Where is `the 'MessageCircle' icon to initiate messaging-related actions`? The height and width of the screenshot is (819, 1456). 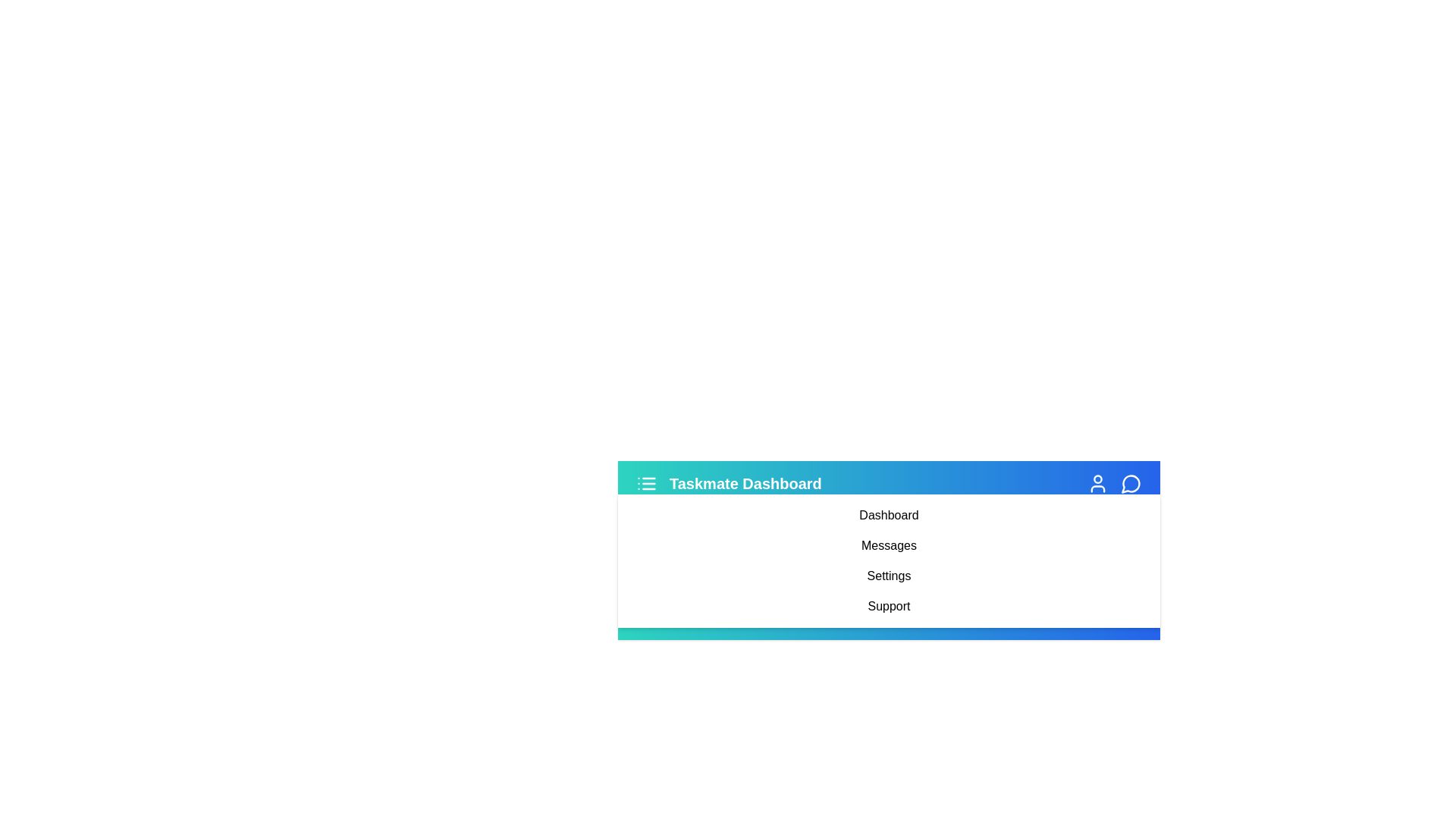 the 'MessageCircle' icon to initiate messaging-related actions is located at coordinates (1131, 483).